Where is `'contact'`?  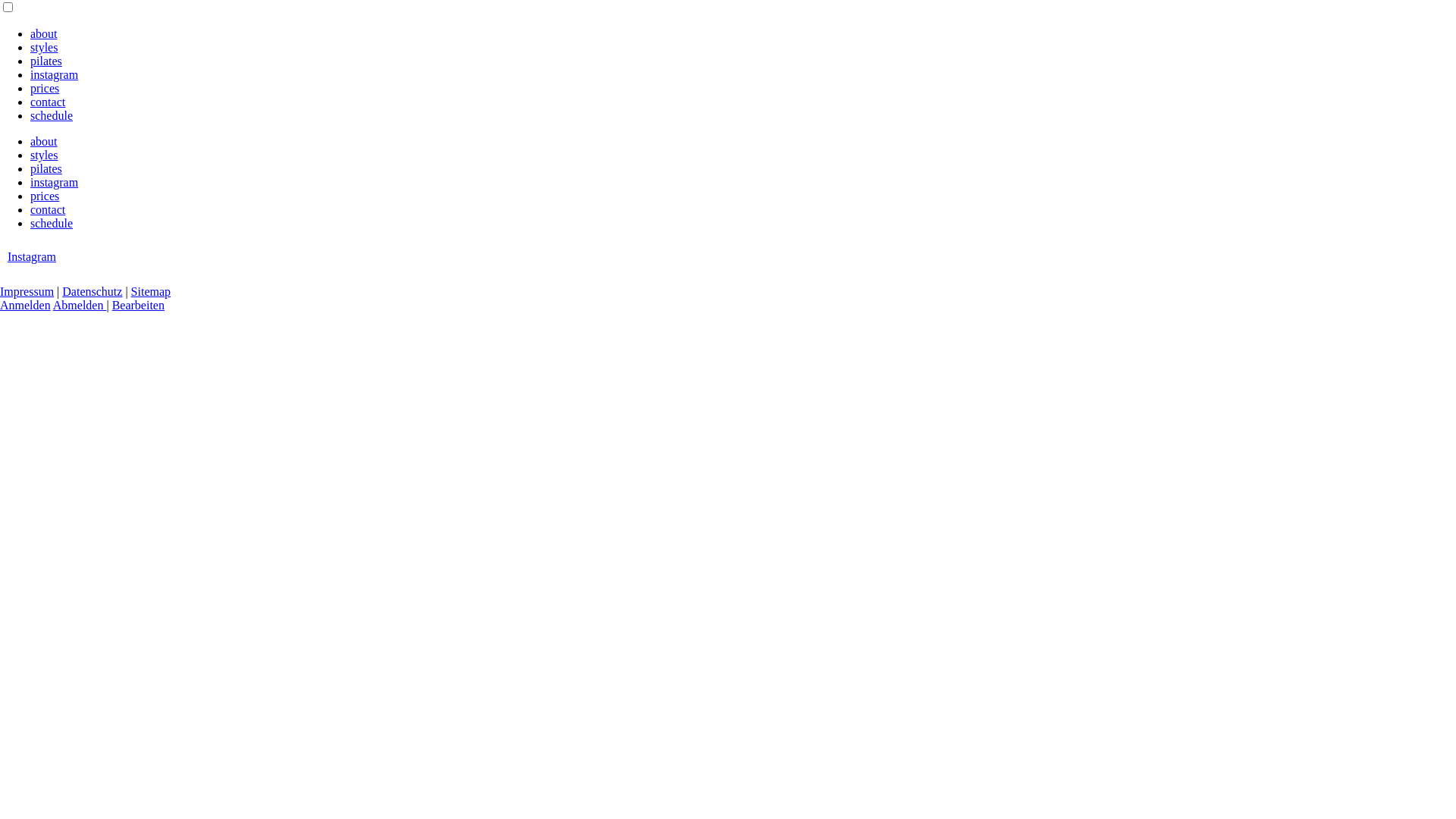
'contact' is located at coordinates (47, 102).